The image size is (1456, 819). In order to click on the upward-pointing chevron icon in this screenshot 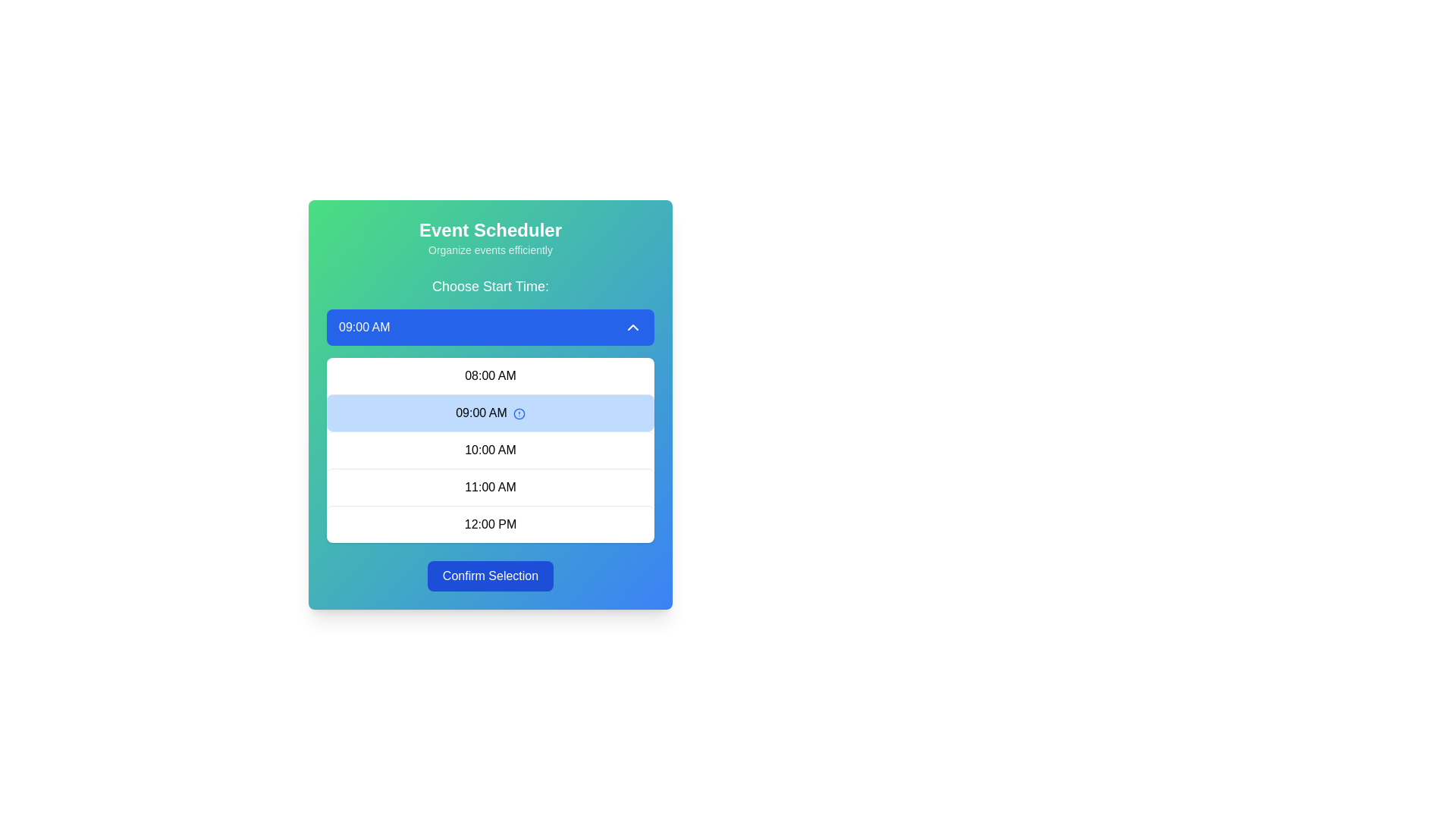, I will do `click(633, 327)`.